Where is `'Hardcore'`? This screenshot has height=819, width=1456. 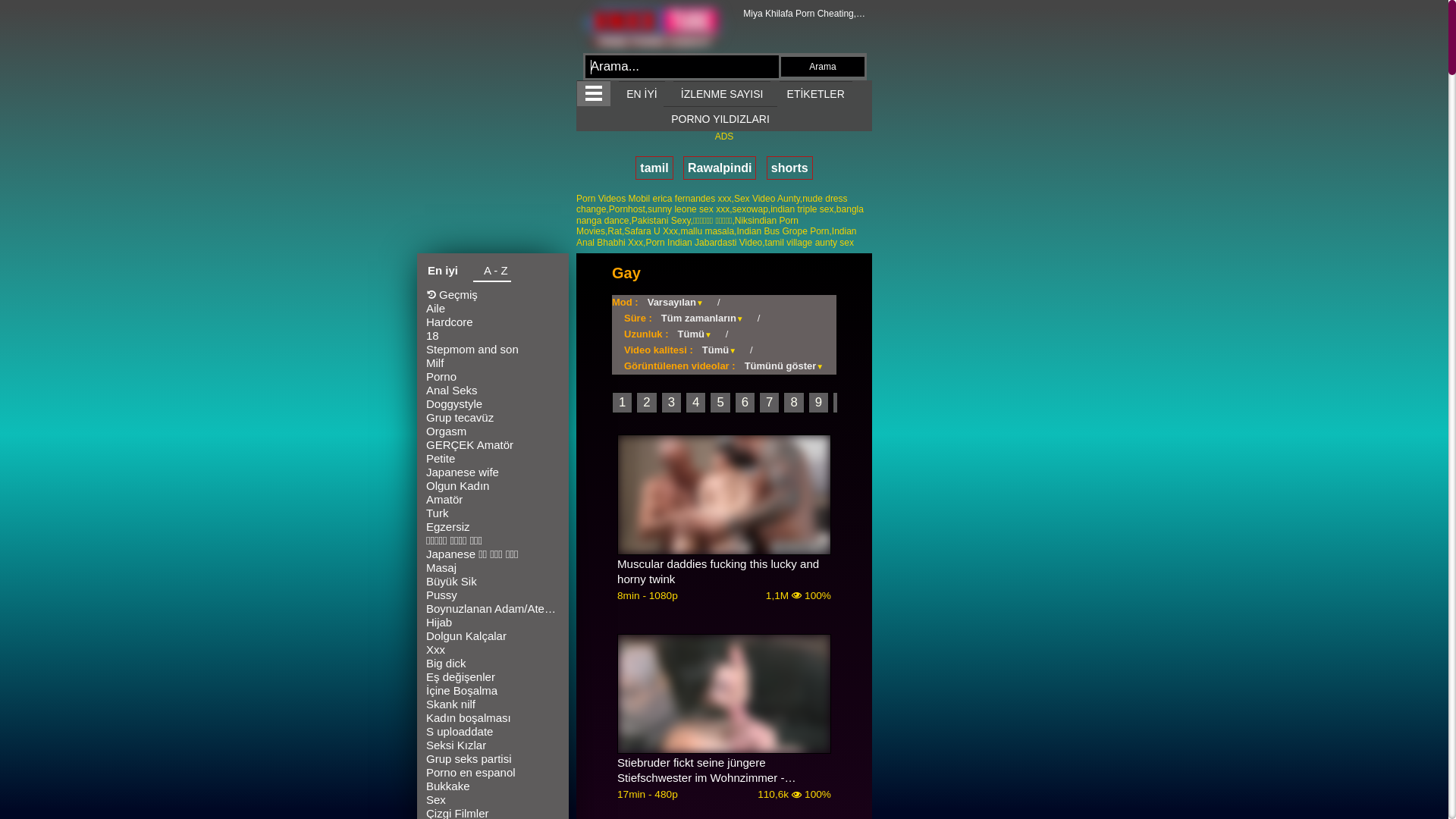
'Hardcore' is located at coordinates (492, 321).